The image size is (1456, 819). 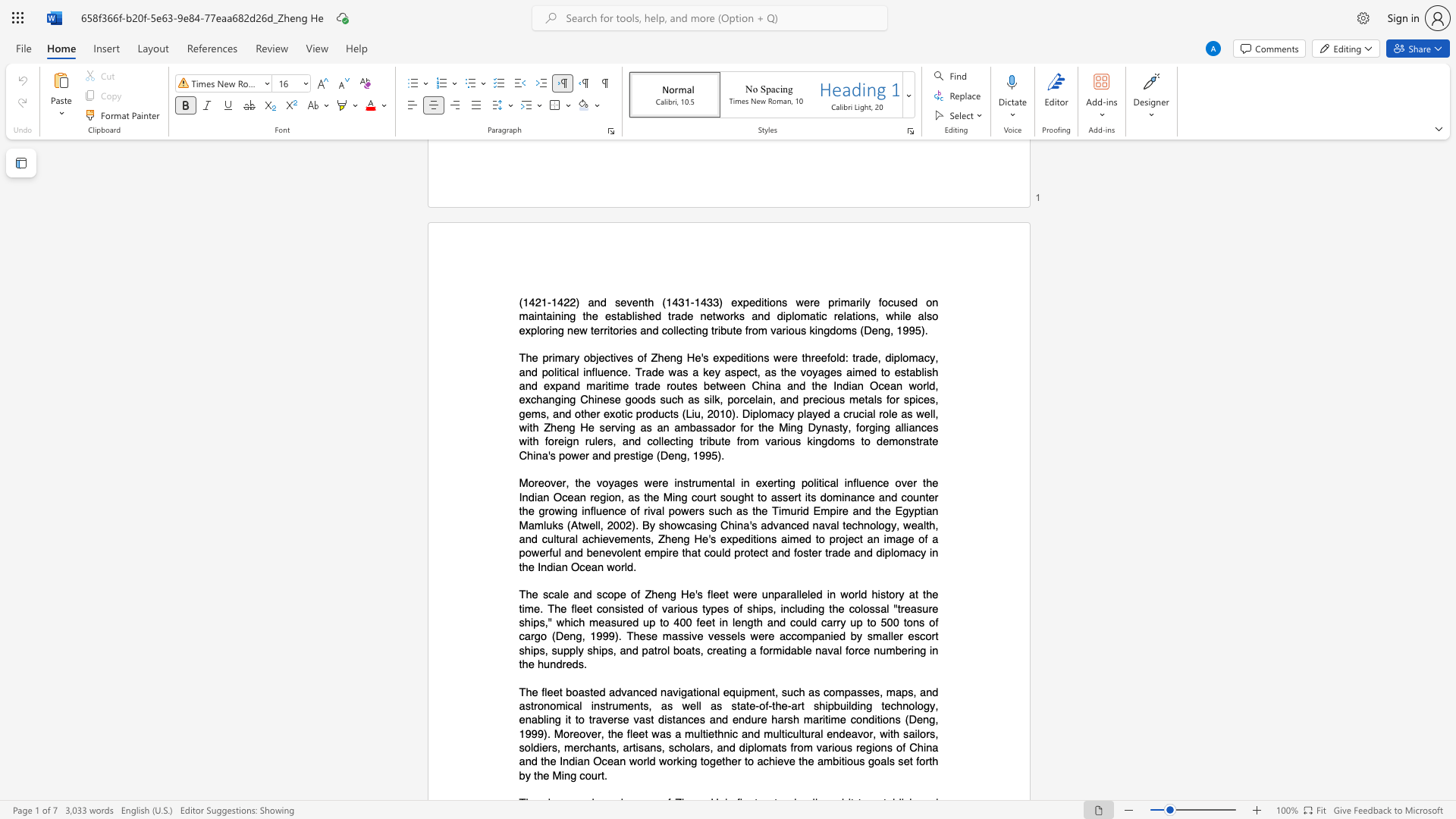 What do you see at coordinates (564, 705) in the screenshot?
I see `the subset text "ical instruments, as well a" within the text "The fleet boasted advanced navigational equipment, such as compasses, maps, and astronomical instruments, as well as"` at bounding box center [564, 705].